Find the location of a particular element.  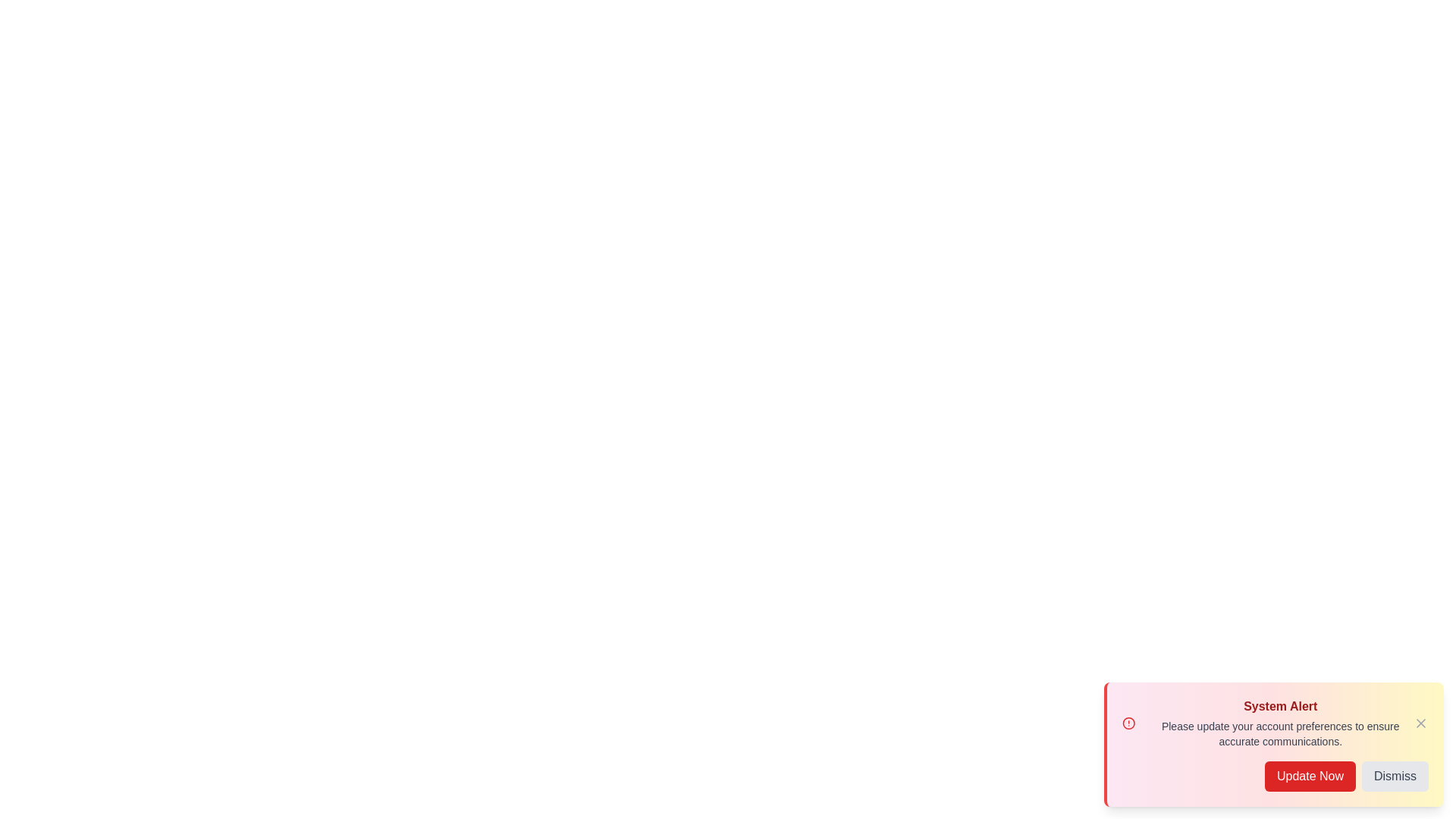

the 'X' icon to close the alert is located at coordinates (1420, 722).